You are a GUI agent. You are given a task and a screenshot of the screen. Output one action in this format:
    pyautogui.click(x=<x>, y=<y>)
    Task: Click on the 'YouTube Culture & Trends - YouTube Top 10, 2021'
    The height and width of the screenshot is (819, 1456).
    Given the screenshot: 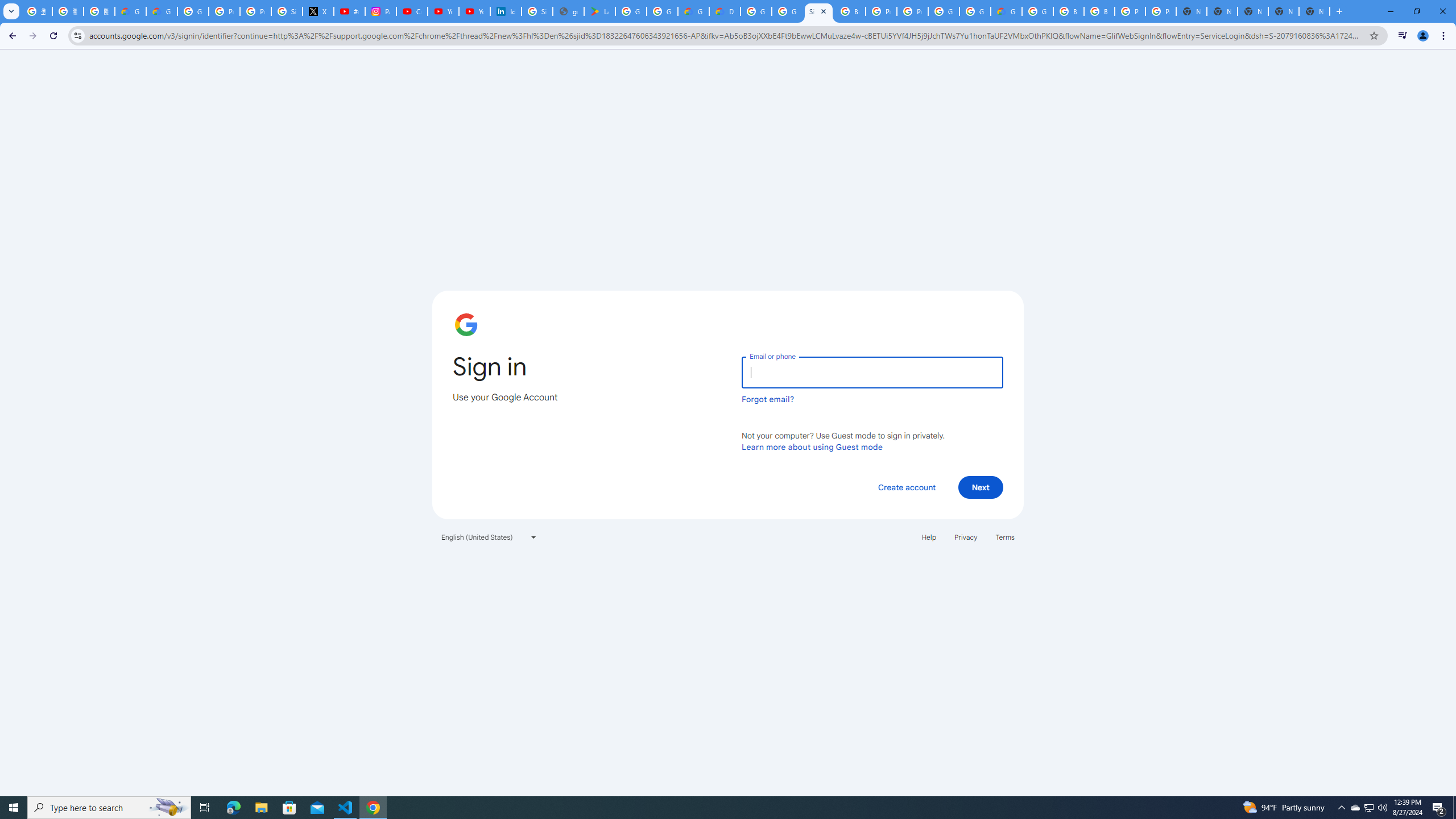 What is the action you would take?
    pyautogui.click(x=474, y=11)
    